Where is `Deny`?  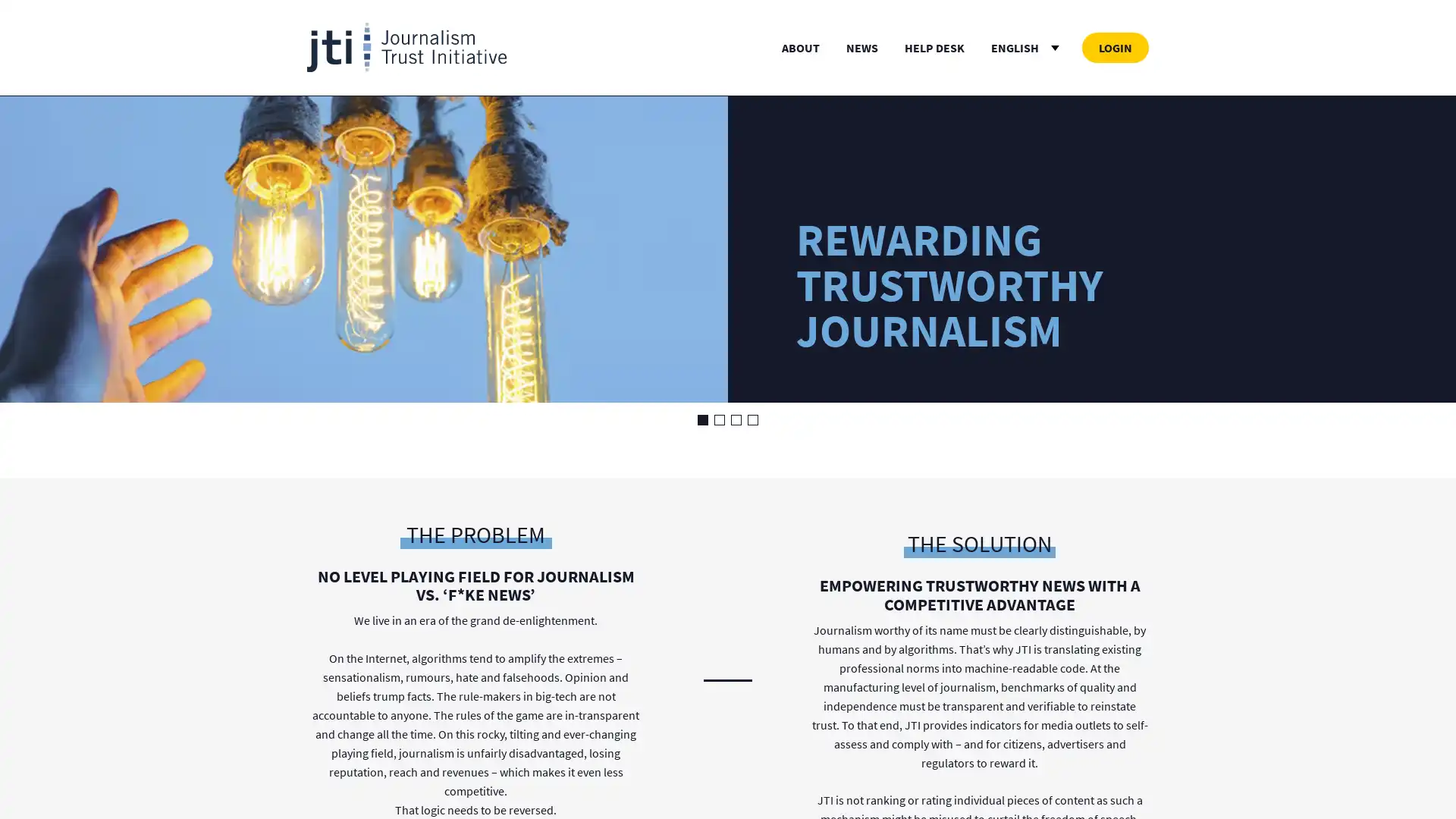 Deny is located at coordinates (726, 496).